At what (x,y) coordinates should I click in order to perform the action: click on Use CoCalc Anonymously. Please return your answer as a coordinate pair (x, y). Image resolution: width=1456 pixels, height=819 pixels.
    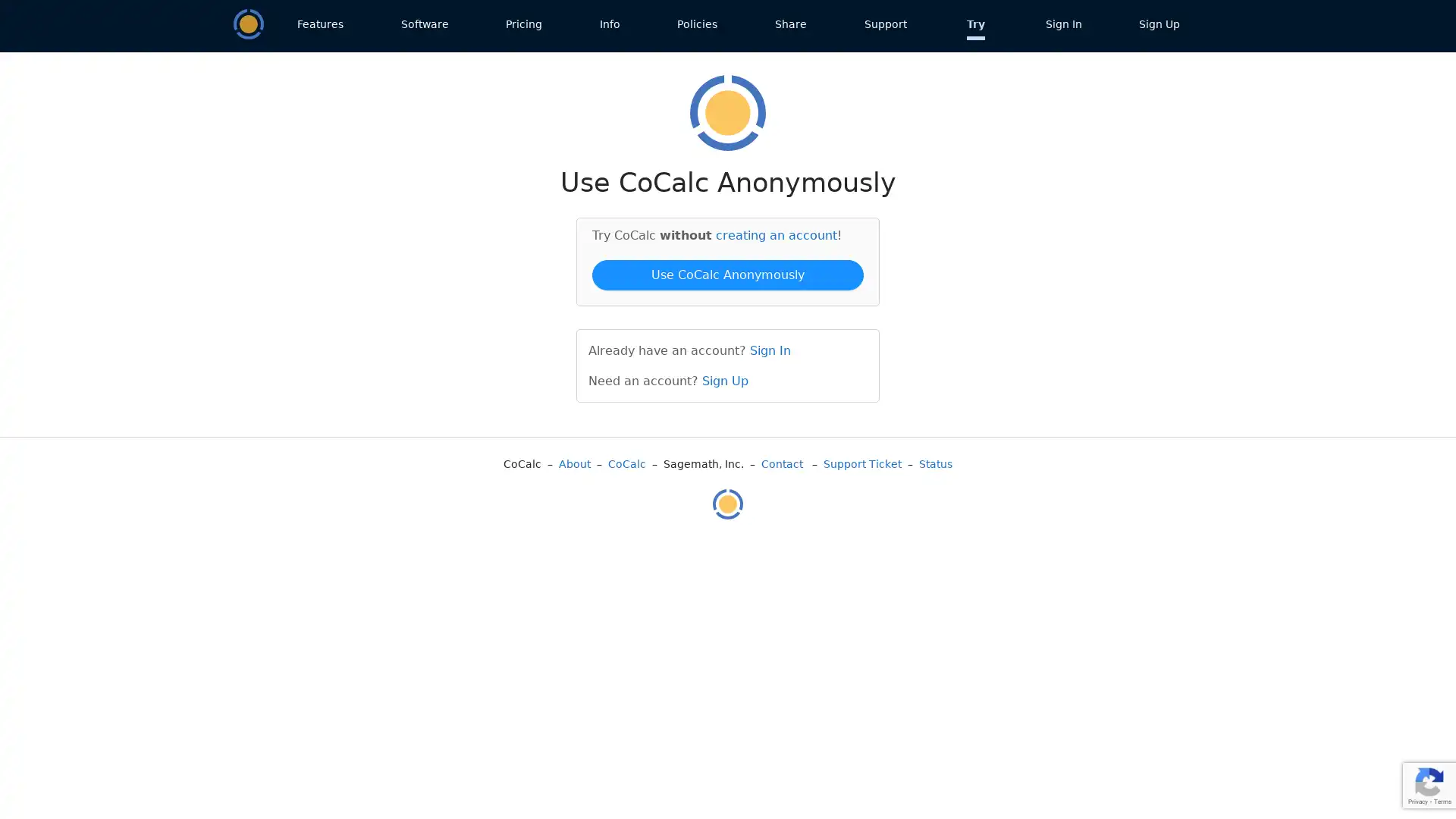
    Looking at the image, I should click on (728, 275).